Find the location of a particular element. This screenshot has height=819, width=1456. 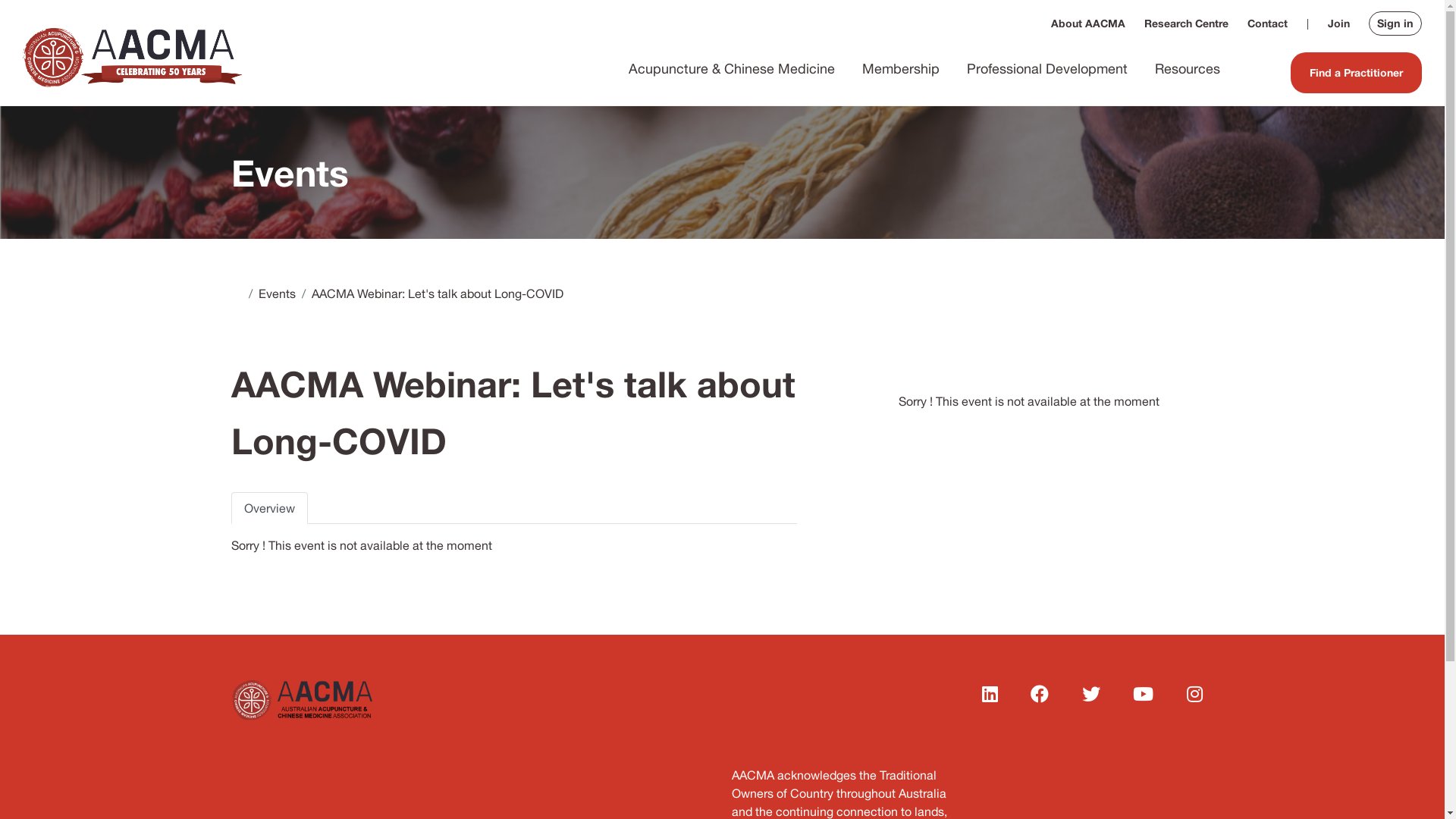

'Professional Development' is located at coordinates (1046, 69).